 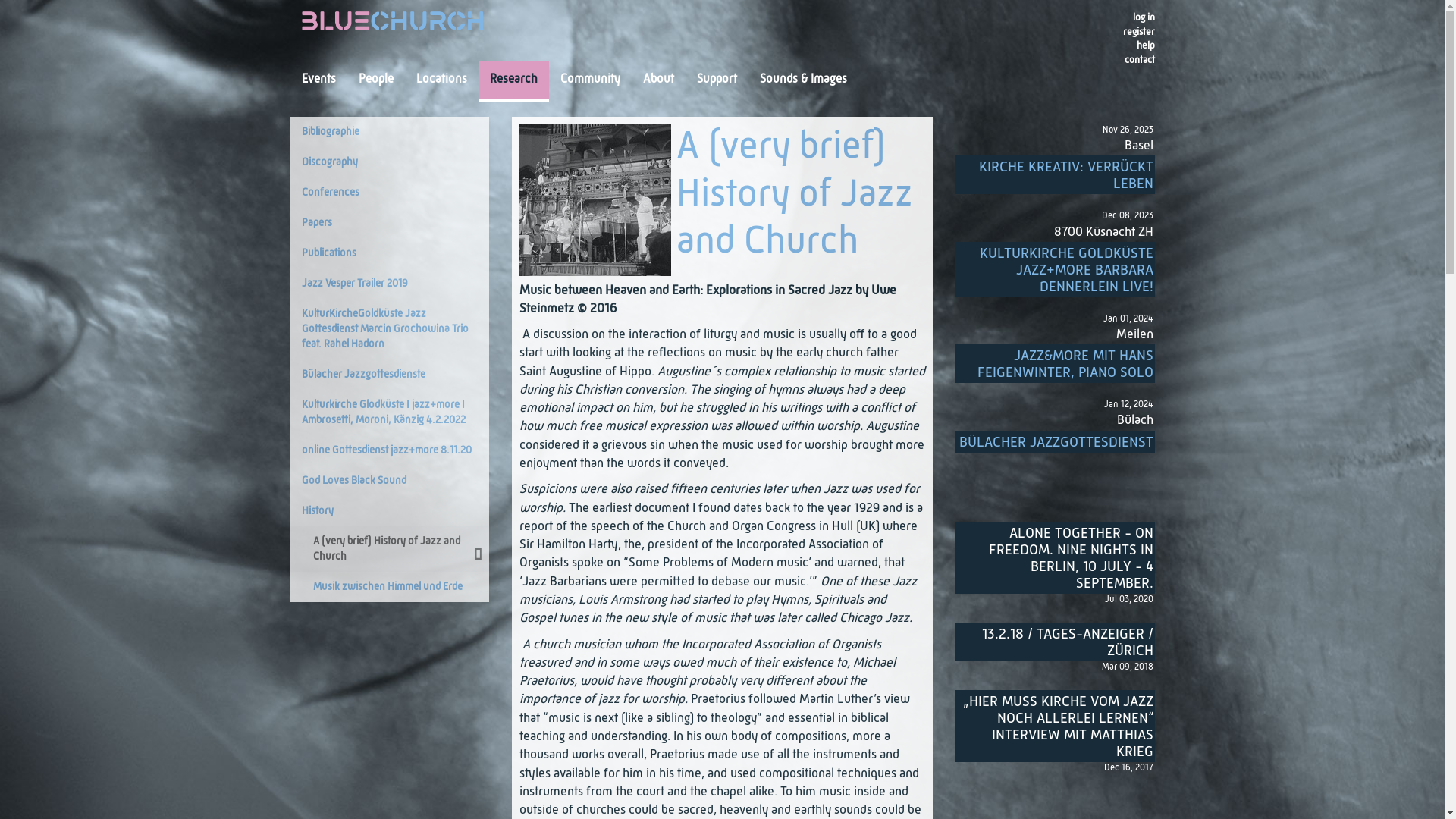 I want to click on 'register', so click(x=1134, y=32).